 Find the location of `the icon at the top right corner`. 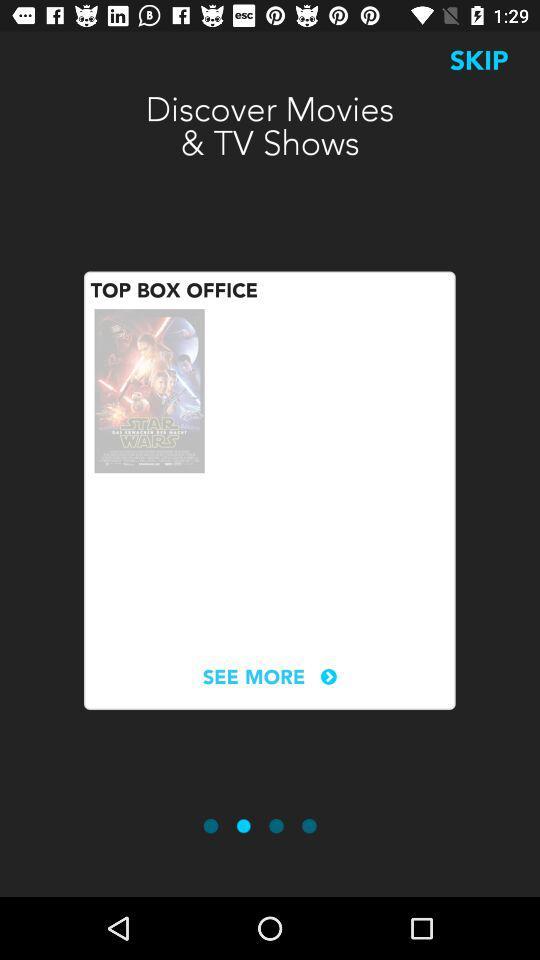

the icon at the top right corner is located at coordinates (478, 59).